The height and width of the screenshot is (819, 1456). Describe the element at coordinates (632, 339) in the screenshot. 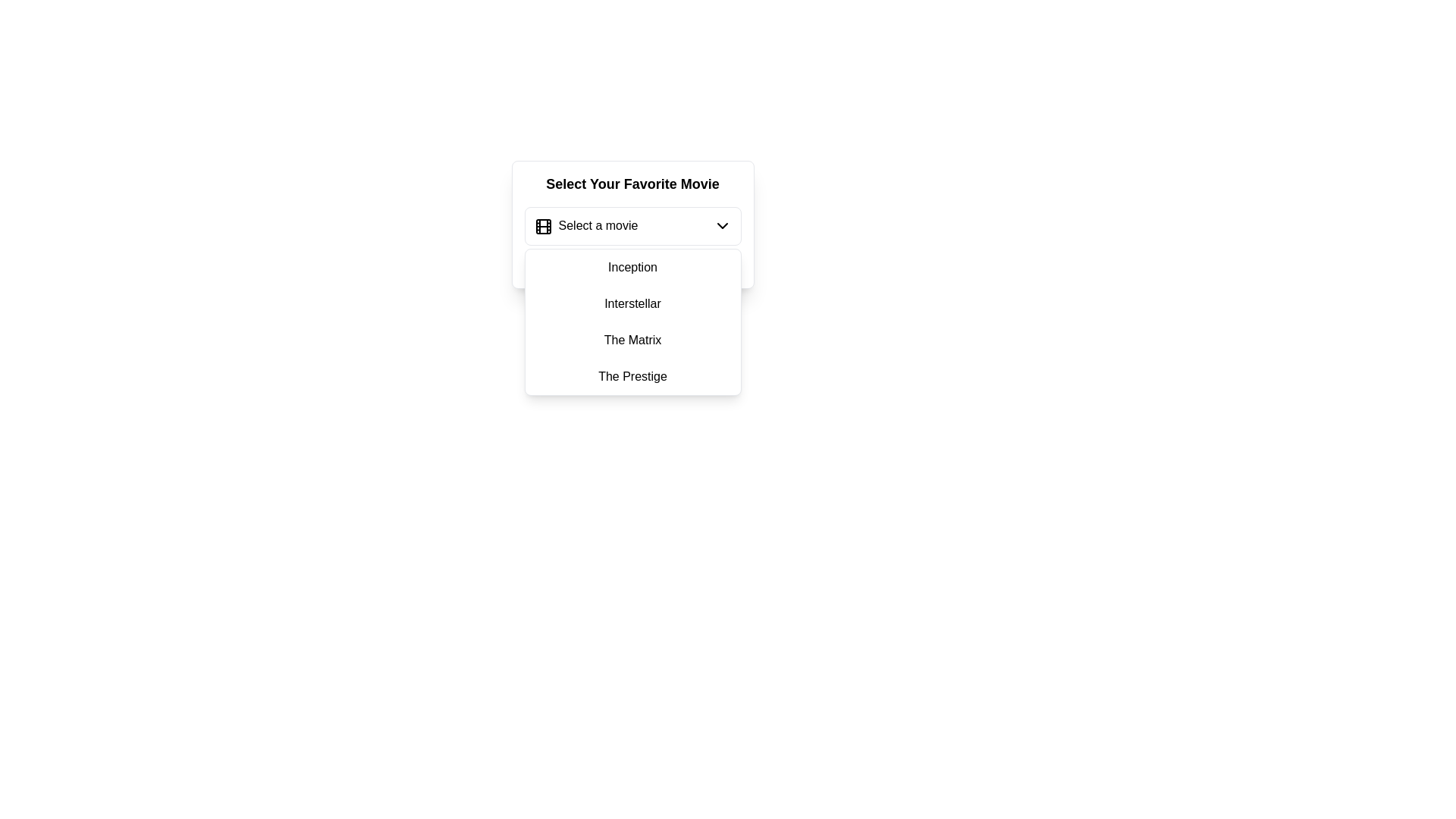

I see `the selectable dropdown menu item labeled 'The Matrix' to change its background style` at that location.